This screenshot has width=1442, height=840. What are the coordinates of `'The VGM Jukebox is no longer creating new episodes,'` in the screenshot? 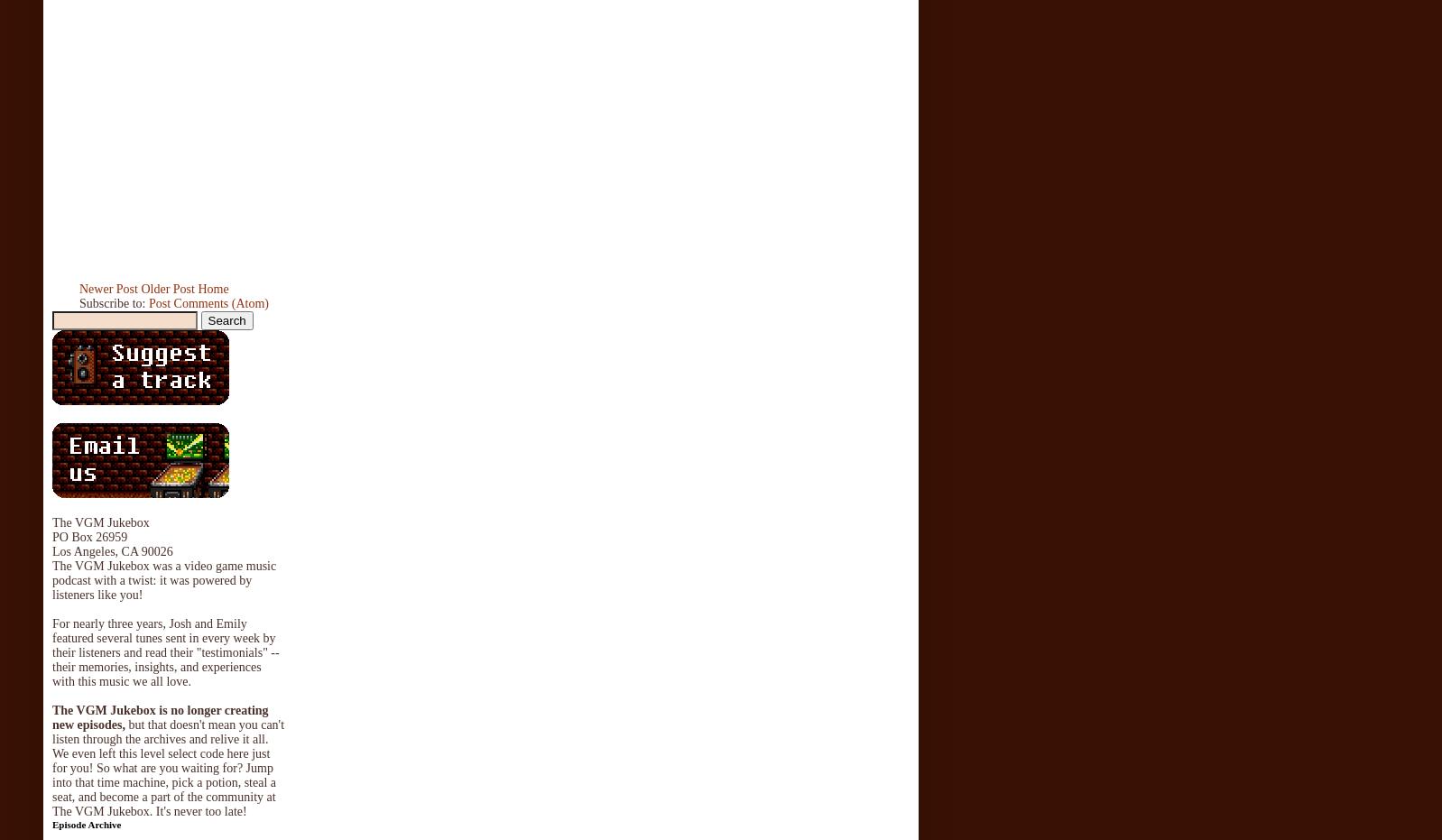 It's located at (159, 716).